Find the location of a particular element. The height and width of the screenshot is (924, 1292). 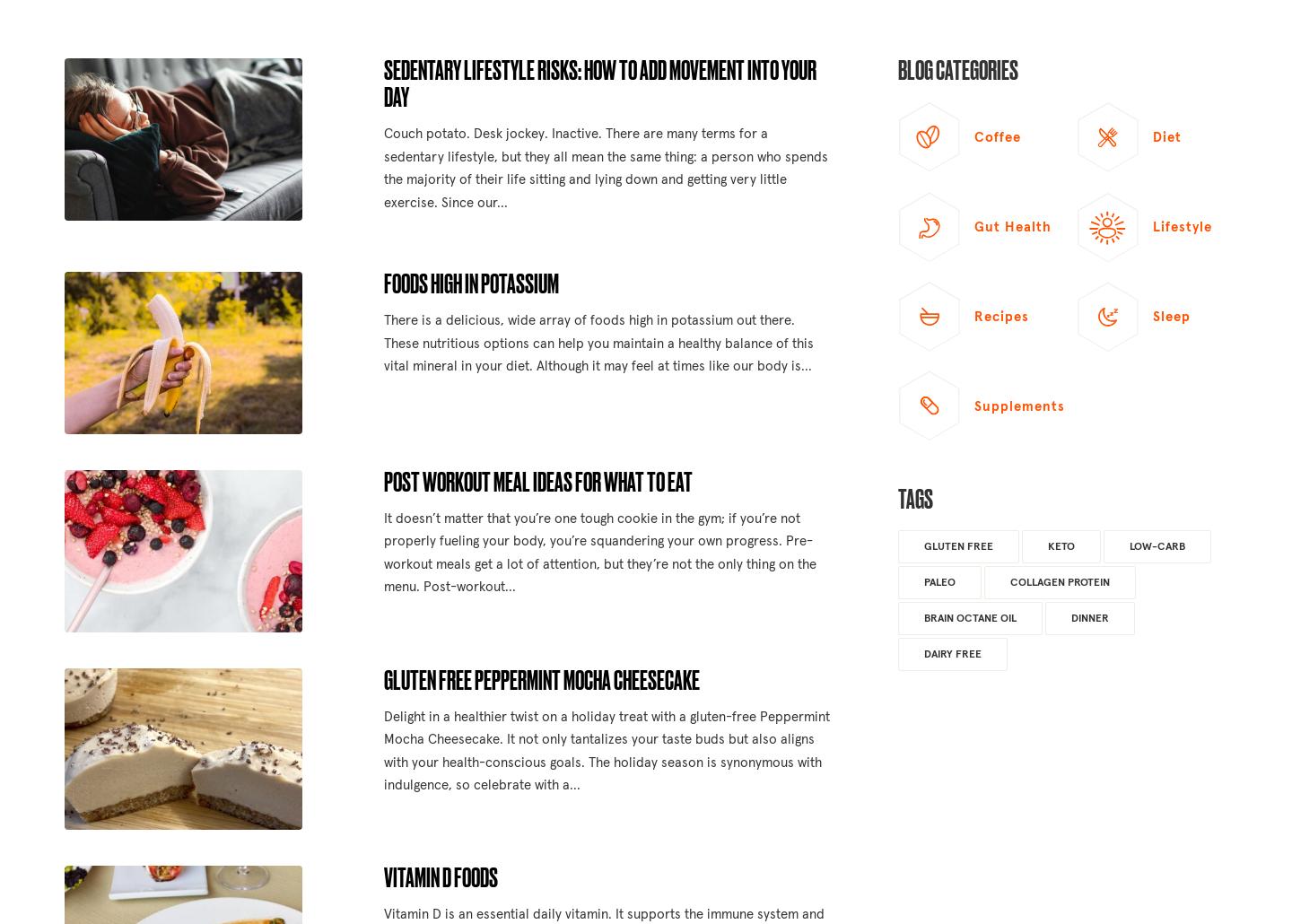

'There is a delicious, wide array of foods high in potassium out there. These nutritious options can help you maintain a healthy balance of this vital mineral in your diet. Although it may feel at times like our body is...' is located at coordinates (598, 343).